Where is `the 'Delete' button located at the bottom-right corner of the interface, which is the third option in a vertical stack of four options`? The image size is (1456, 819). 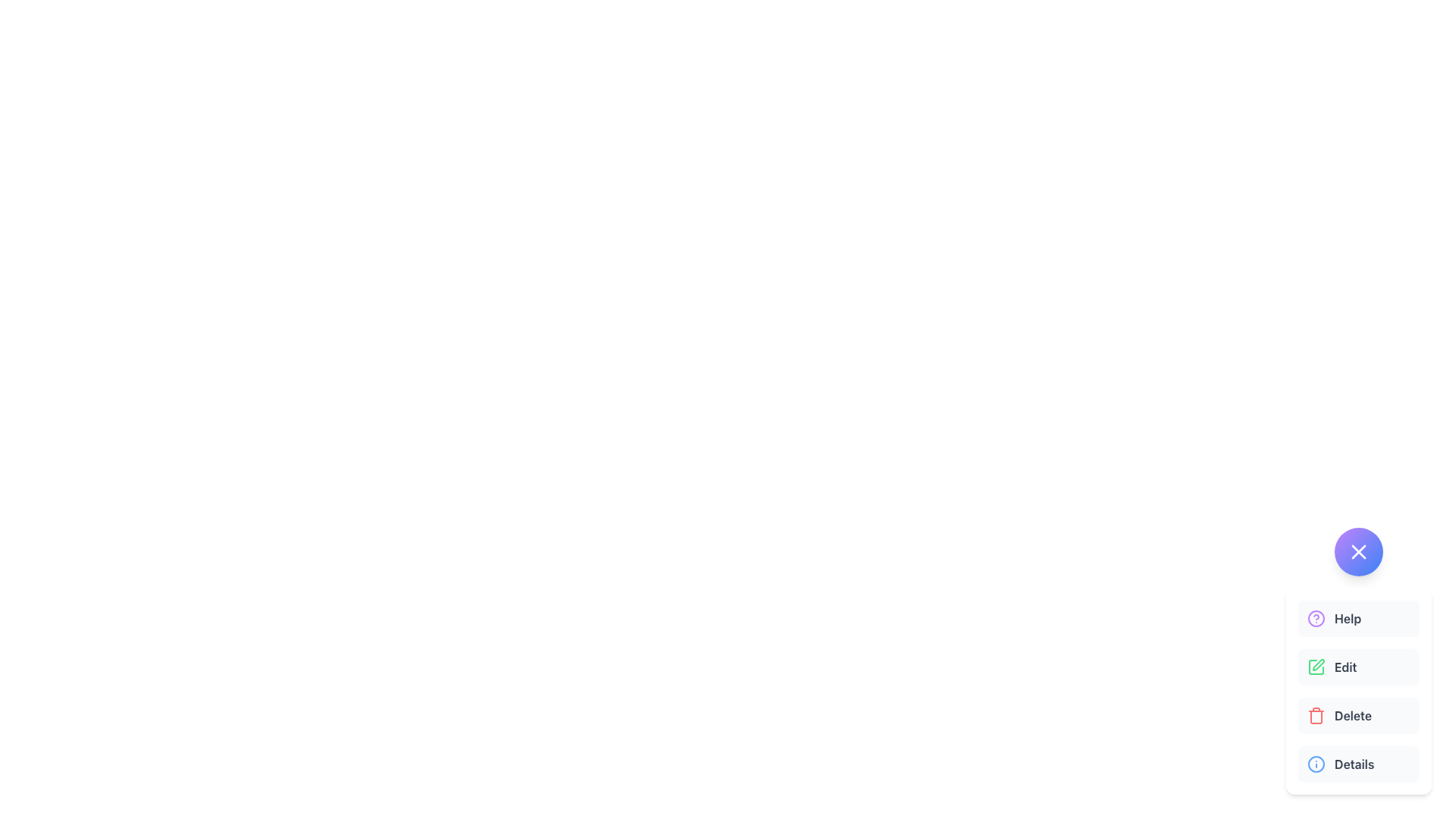 the 'Delete' button located at the bottom-right corner of the interface, which is the third option in a vertical stack of four options is located at coordinates (1358, 691).